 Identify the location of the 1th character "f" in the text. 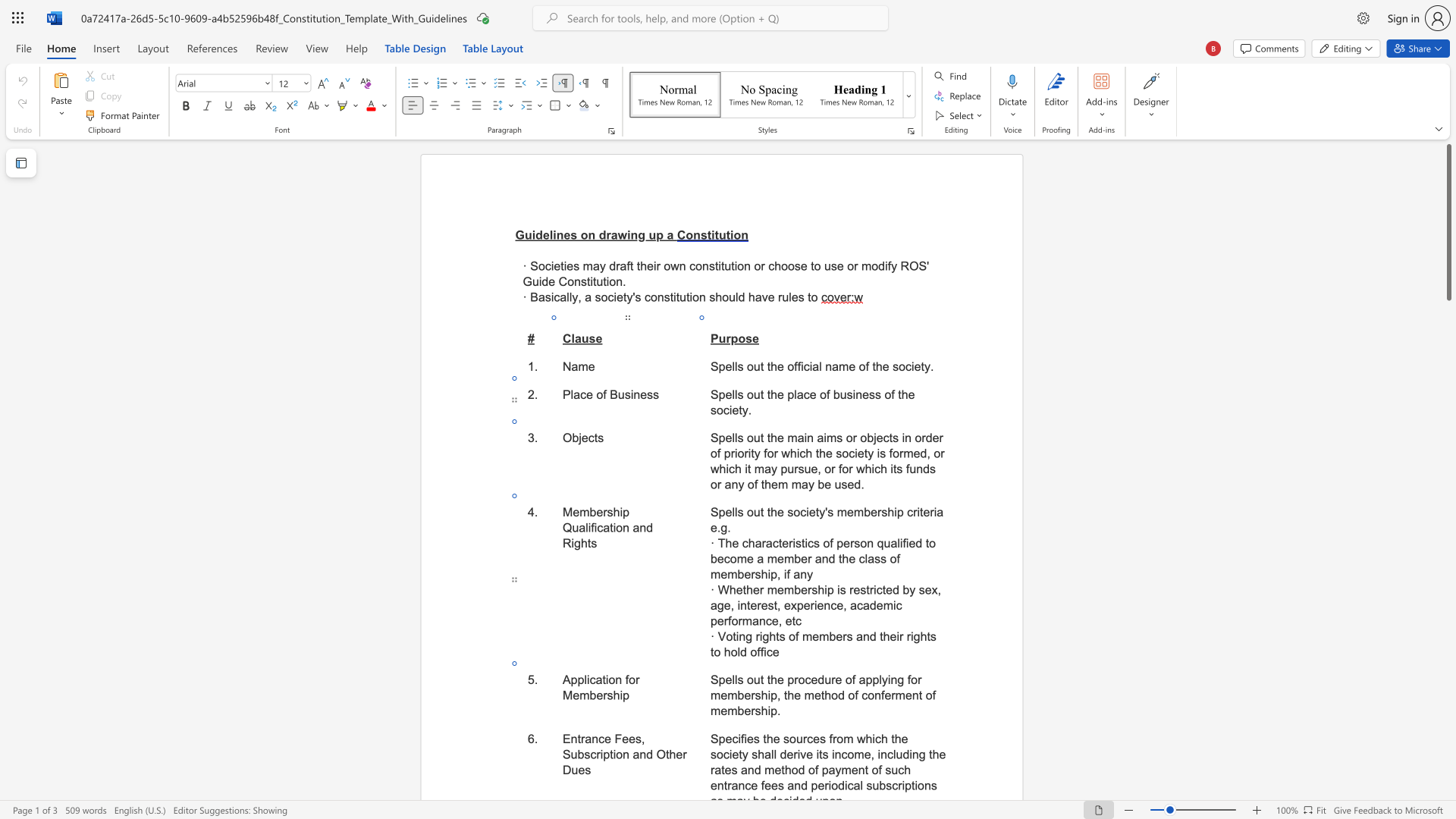
(796, 636).